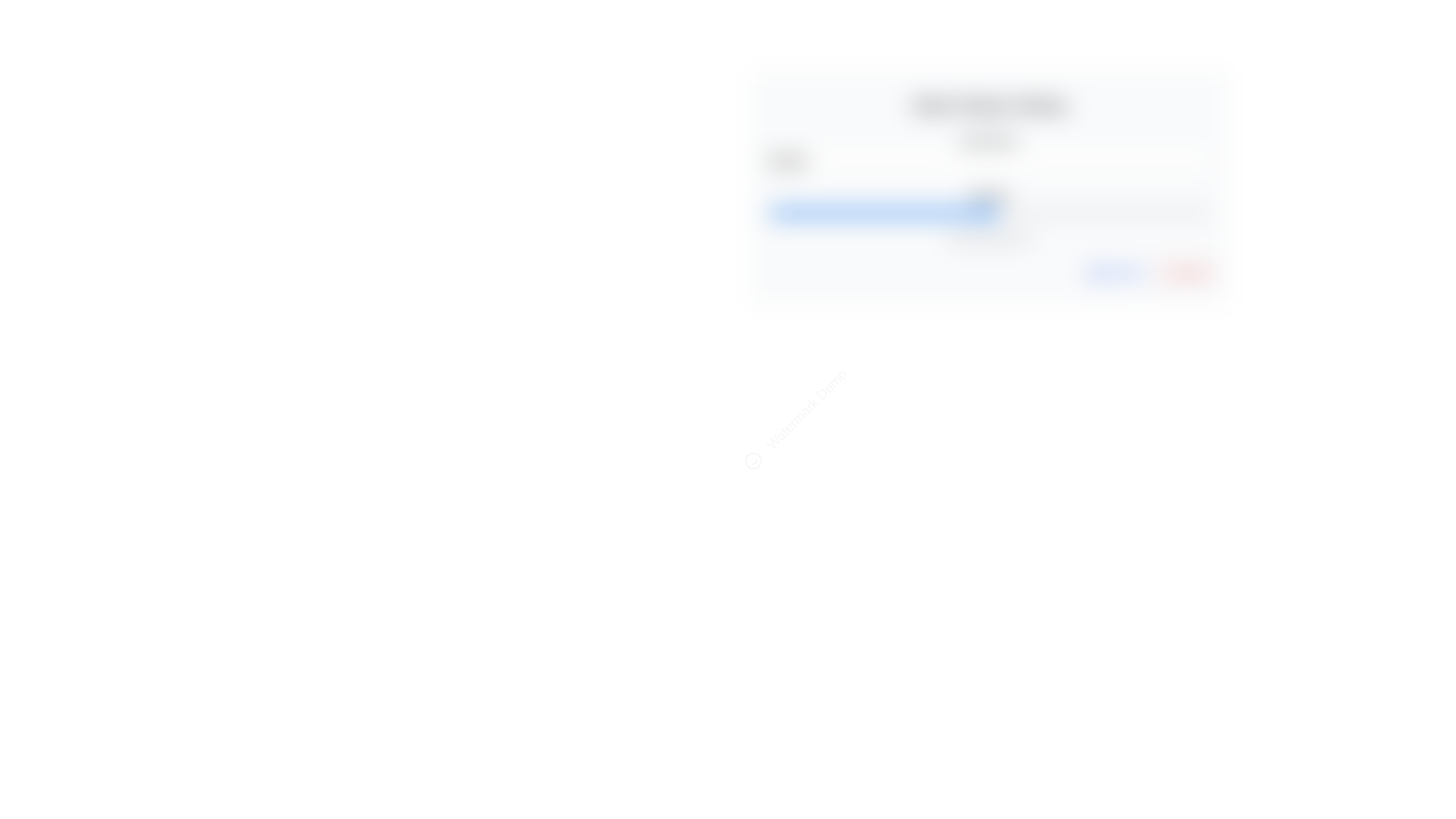 The width and height of the screenshot is (1456, 819). What do you see at coordinates (966, 213) in the screenshot?
I see `intensity` at bounding box center [966, 213].